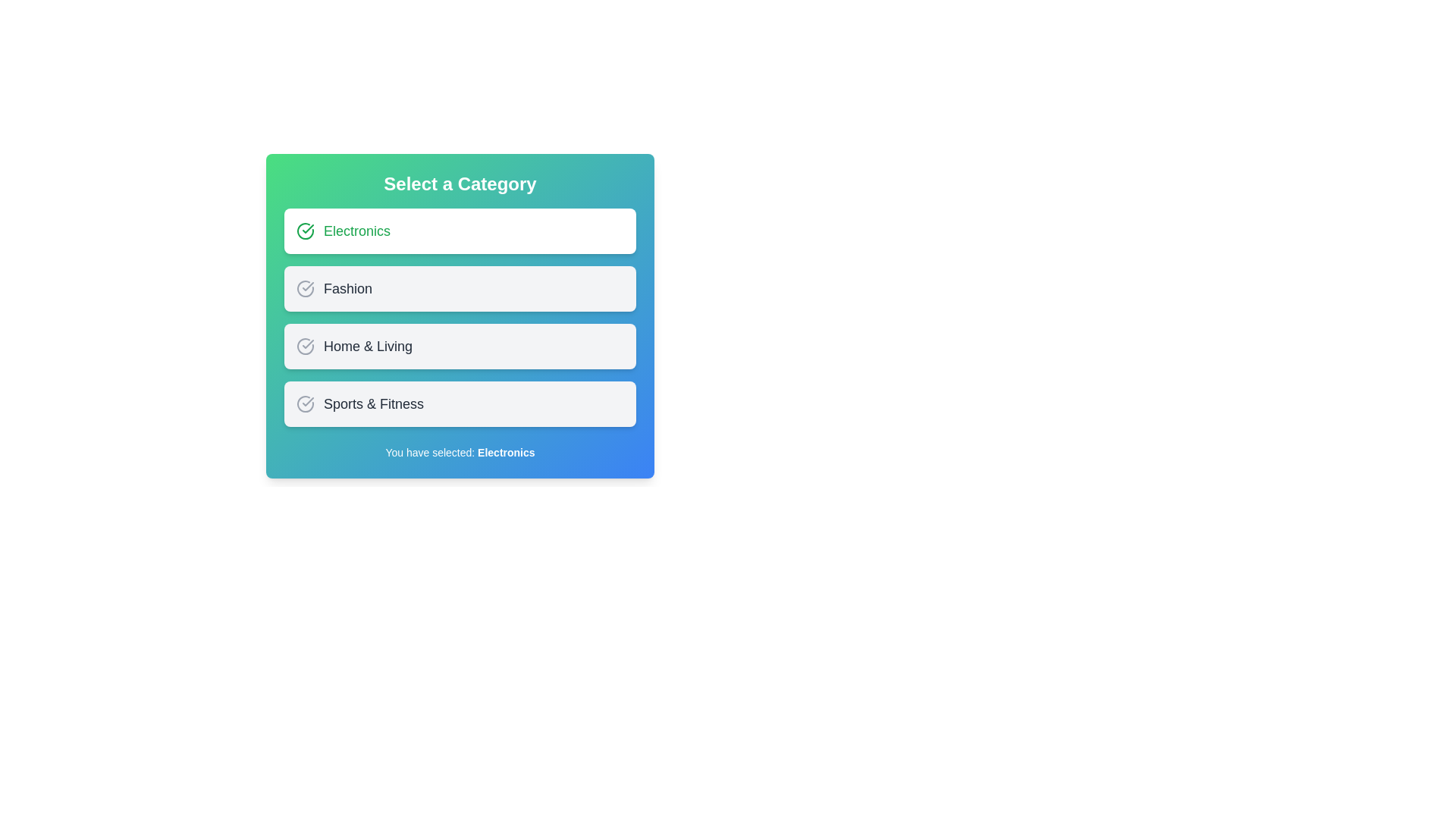 The image size is (1456, 819). What do you see at coordinates (459, 310) in the screenshot?
I see `the 'Fashion' selectable category button, which is the second option in a list of four buttons, positioned below 'Electronics' and above 'Home & Living'` at bounding box center [459, 310].